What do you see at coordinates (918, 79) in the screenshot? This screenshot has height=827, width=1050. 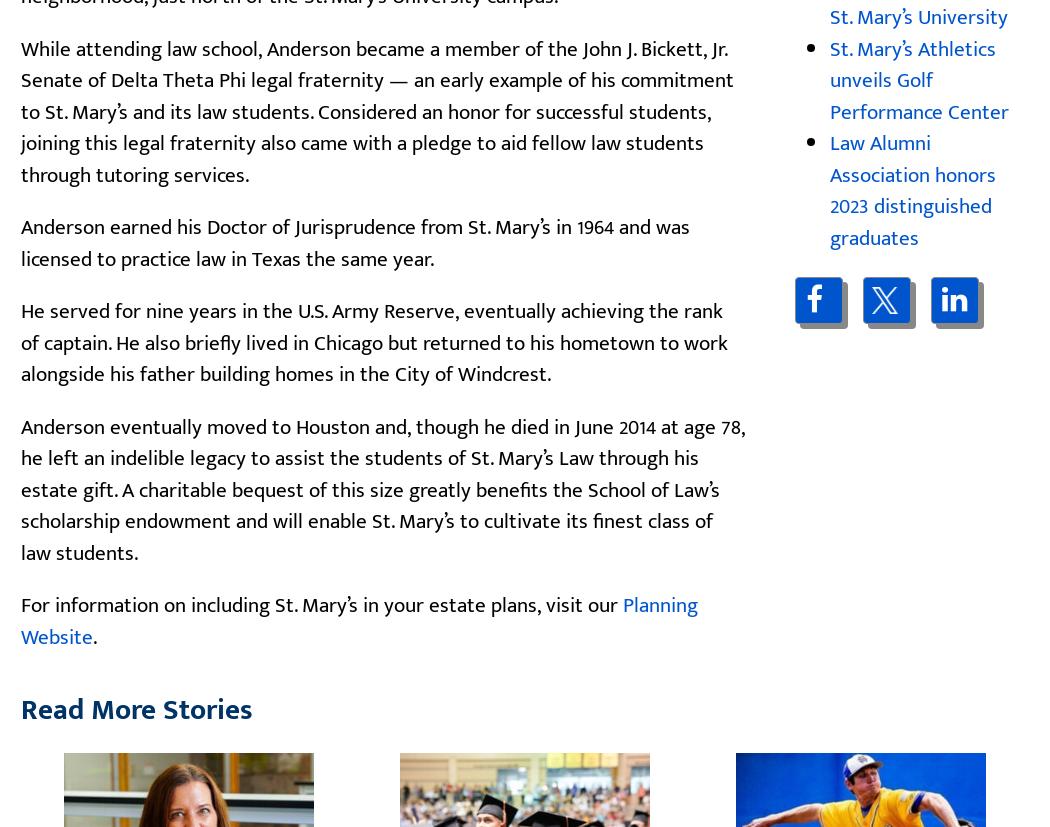 I see `'St. Mary’s Athletics unveils Golf Performance Center'` at bounding box center [918, 79].